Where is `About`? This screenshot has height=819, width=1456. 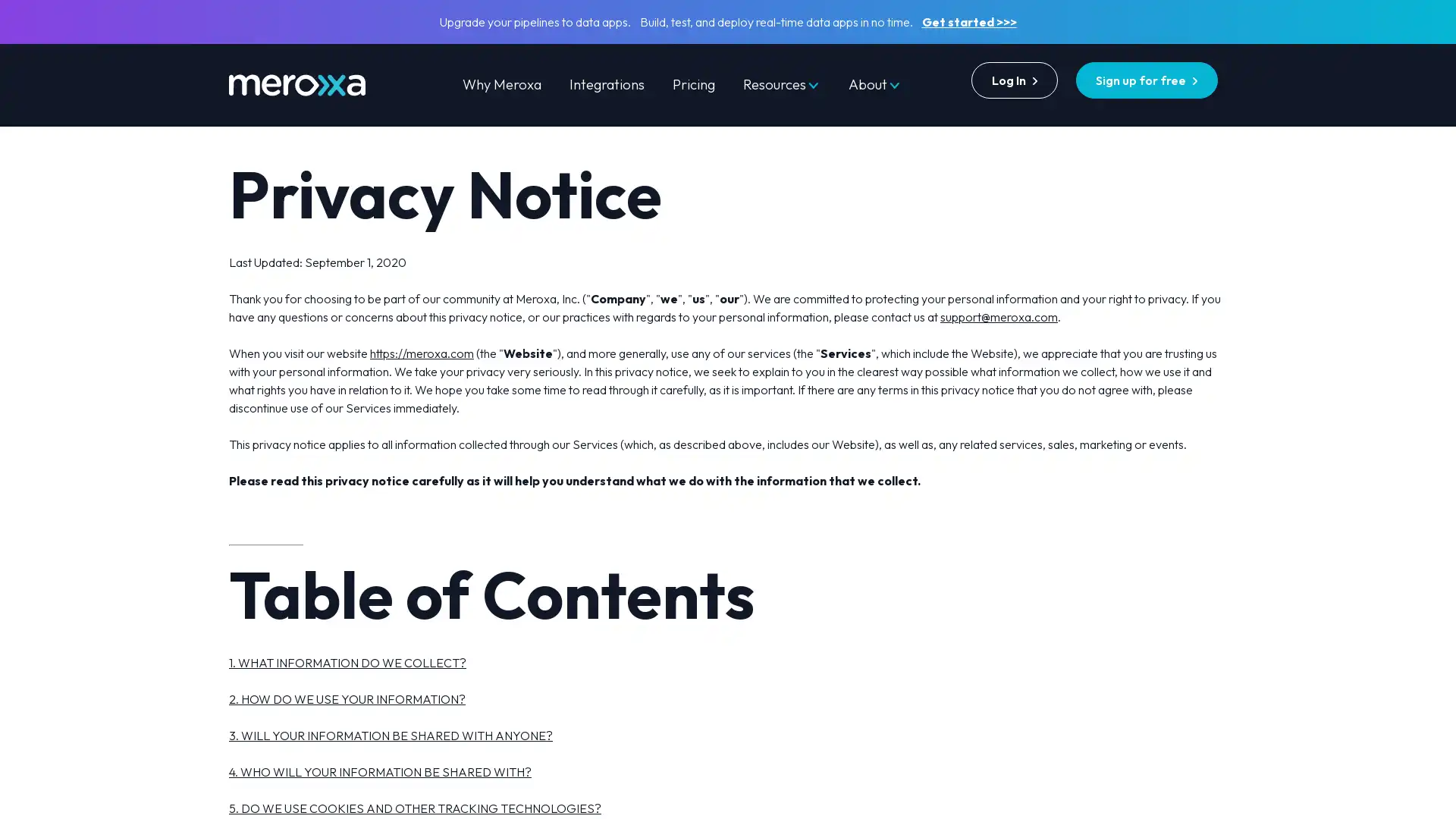
About is located at coordinates (874, 84).